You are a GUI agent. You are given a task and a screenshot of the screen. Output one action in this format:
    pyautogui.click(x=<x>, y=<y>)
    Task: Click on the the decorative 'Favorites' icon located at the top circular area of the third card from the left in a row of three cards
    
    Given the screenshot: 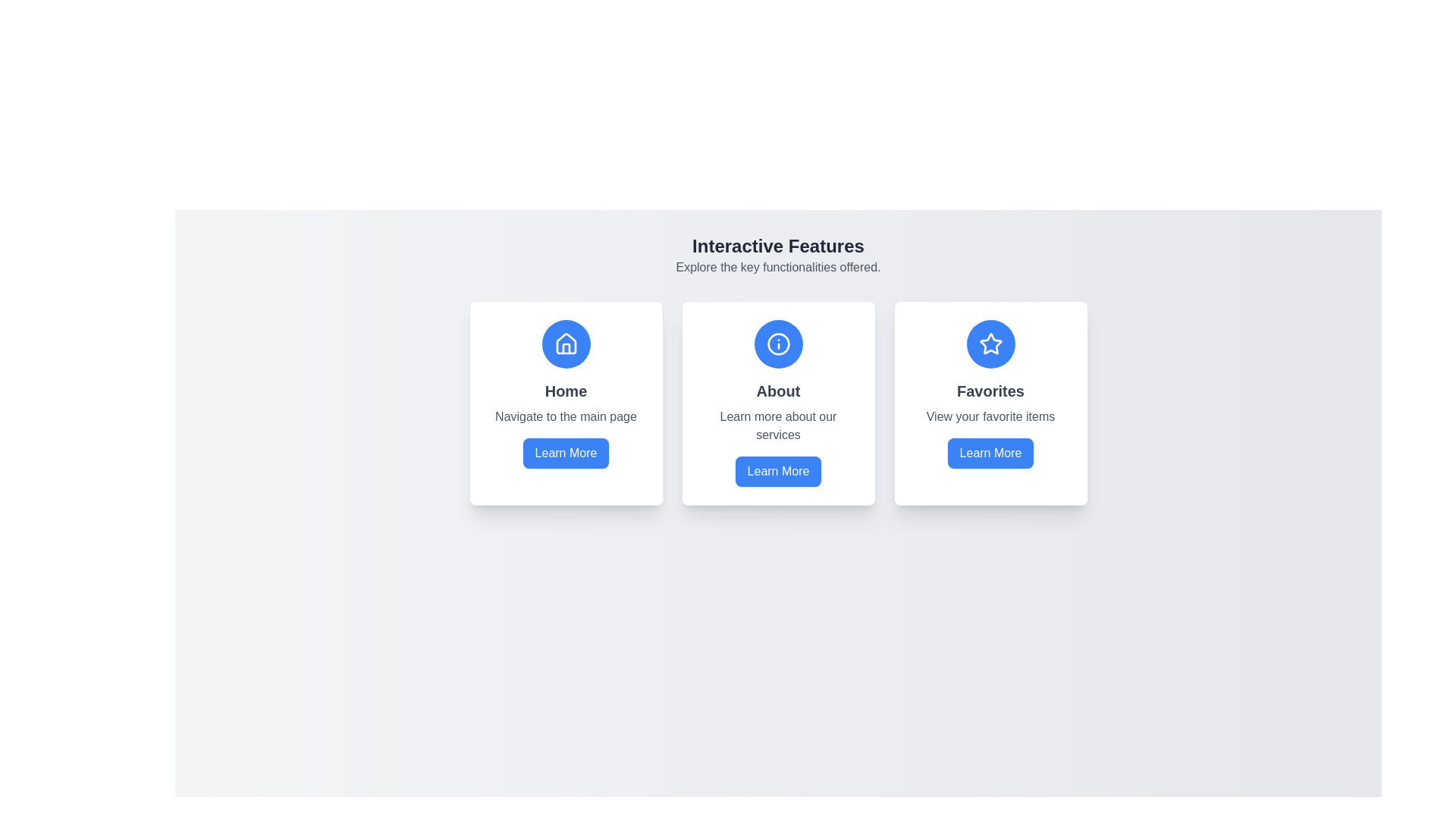 What is the action you would take?
    pyautogui.click(x=990, y=344)
    